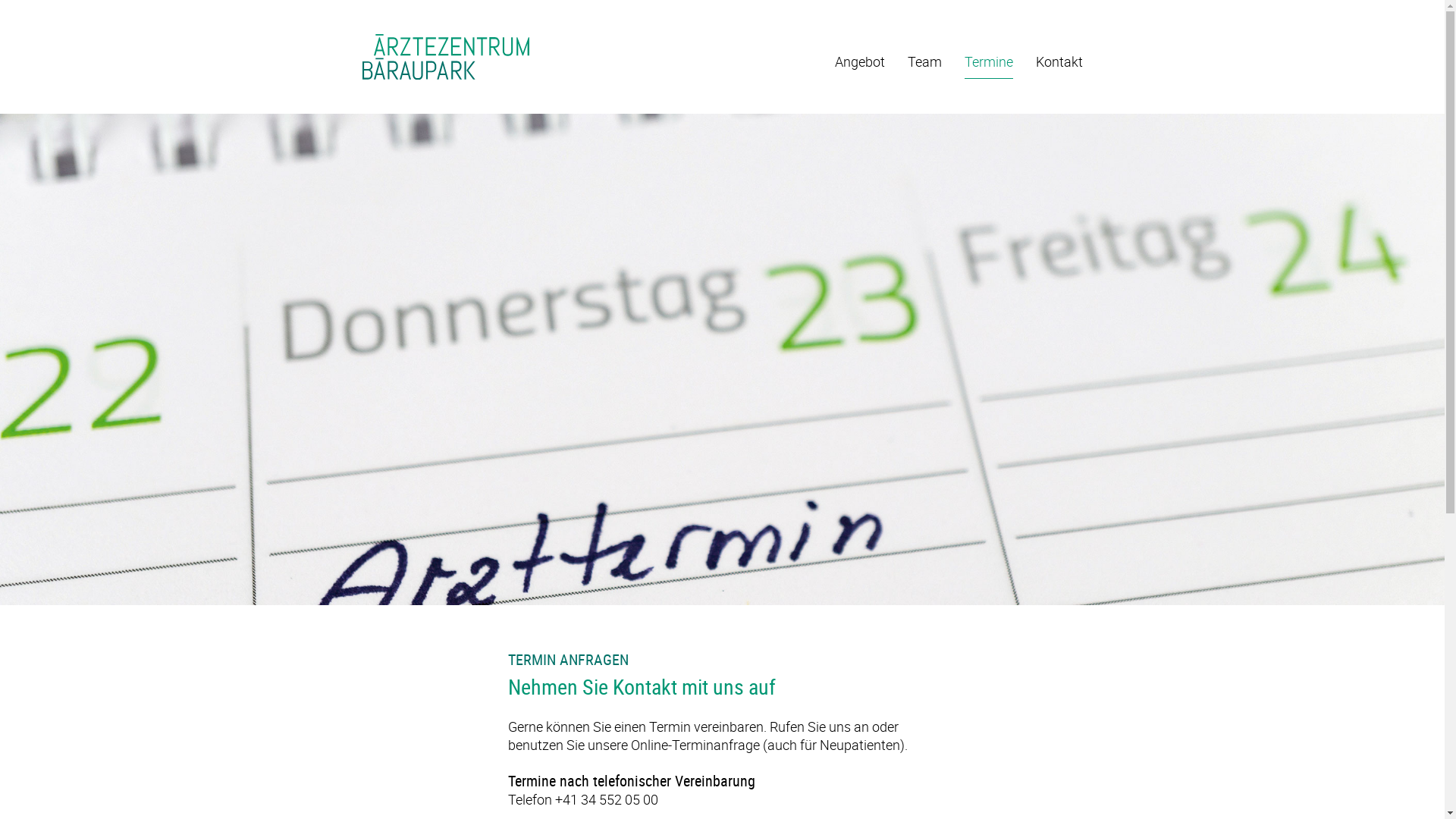 The height and width of the screenshot is (819, 1456). What do you see at coordinates (1058, 64) in the screenshot?
I see `'Kontakt'` at bounding box center [1058, 64].